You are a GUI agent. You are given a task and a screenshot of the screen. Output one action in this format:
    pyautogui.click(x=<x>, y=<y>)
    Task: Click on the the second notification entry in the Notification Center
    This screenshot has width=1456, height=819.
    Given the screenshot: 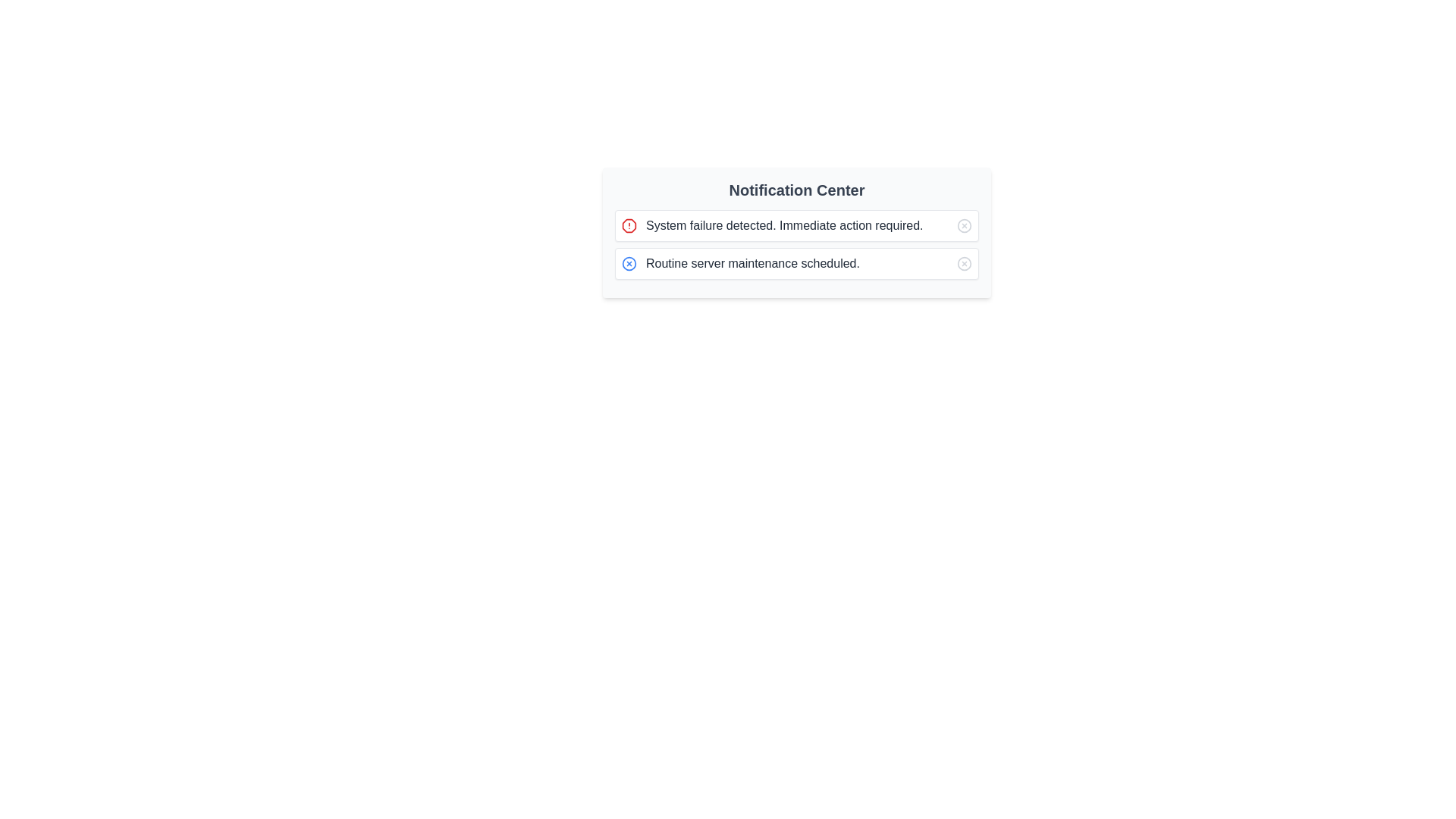 What is the action you would take?
    pyautogui.click(x=740, y=262)
    